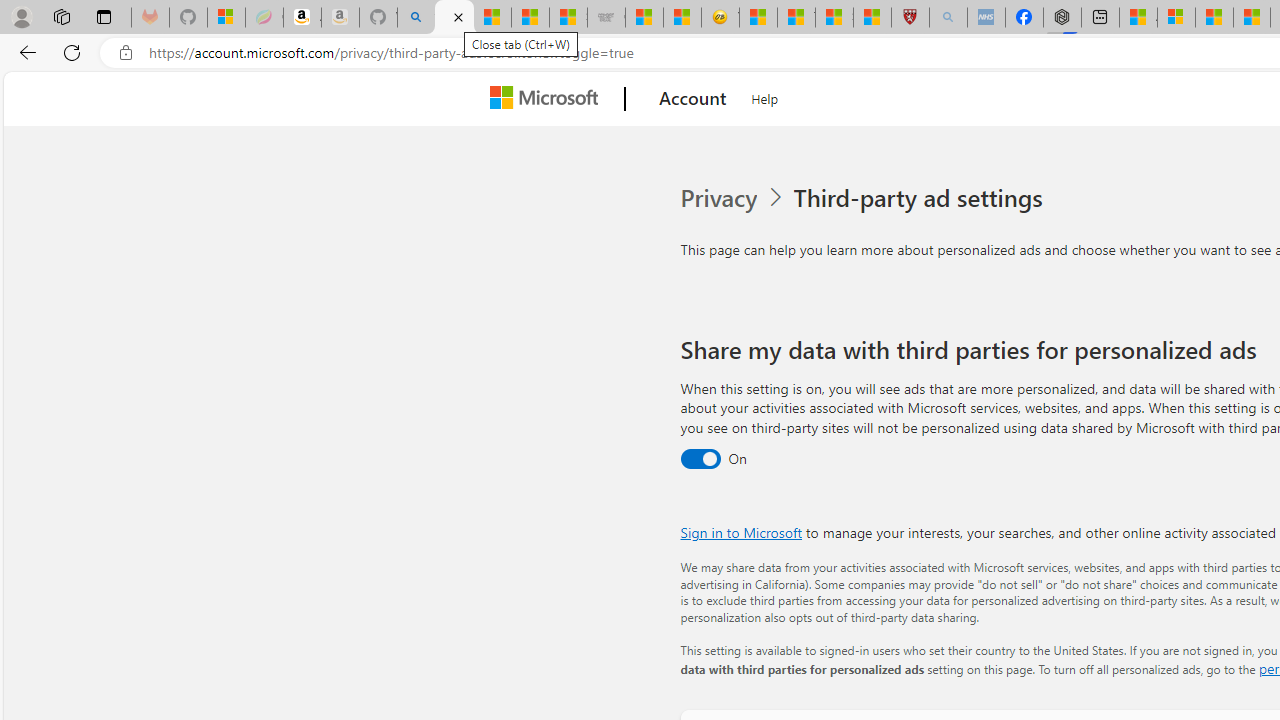  What do you see at coordinates (757, 17) in the screenshot?
I see `'Recipes - MSN'` at bounding box center [757, 17].